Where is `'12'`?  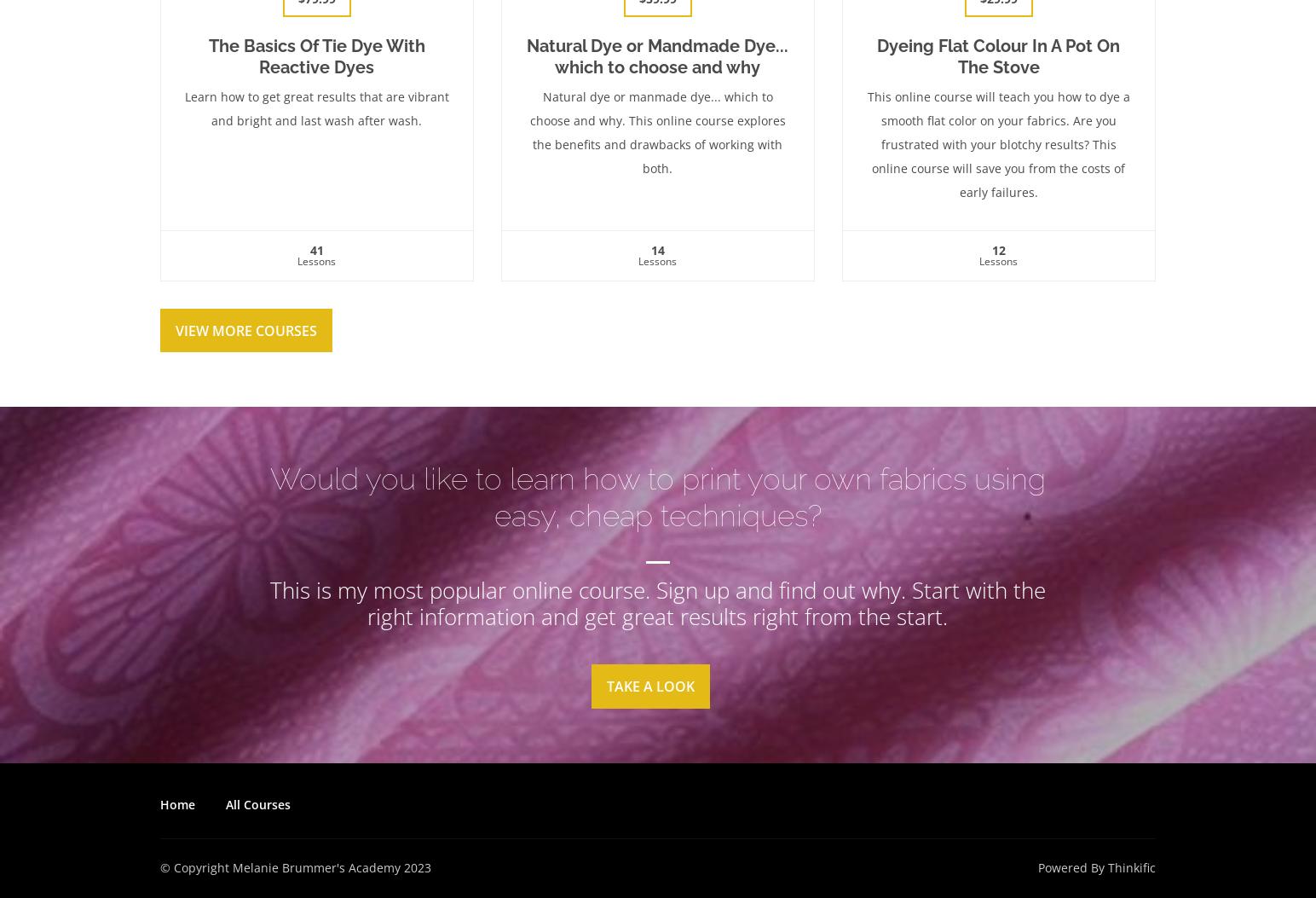
'12' is located at coordinates (996, 249).